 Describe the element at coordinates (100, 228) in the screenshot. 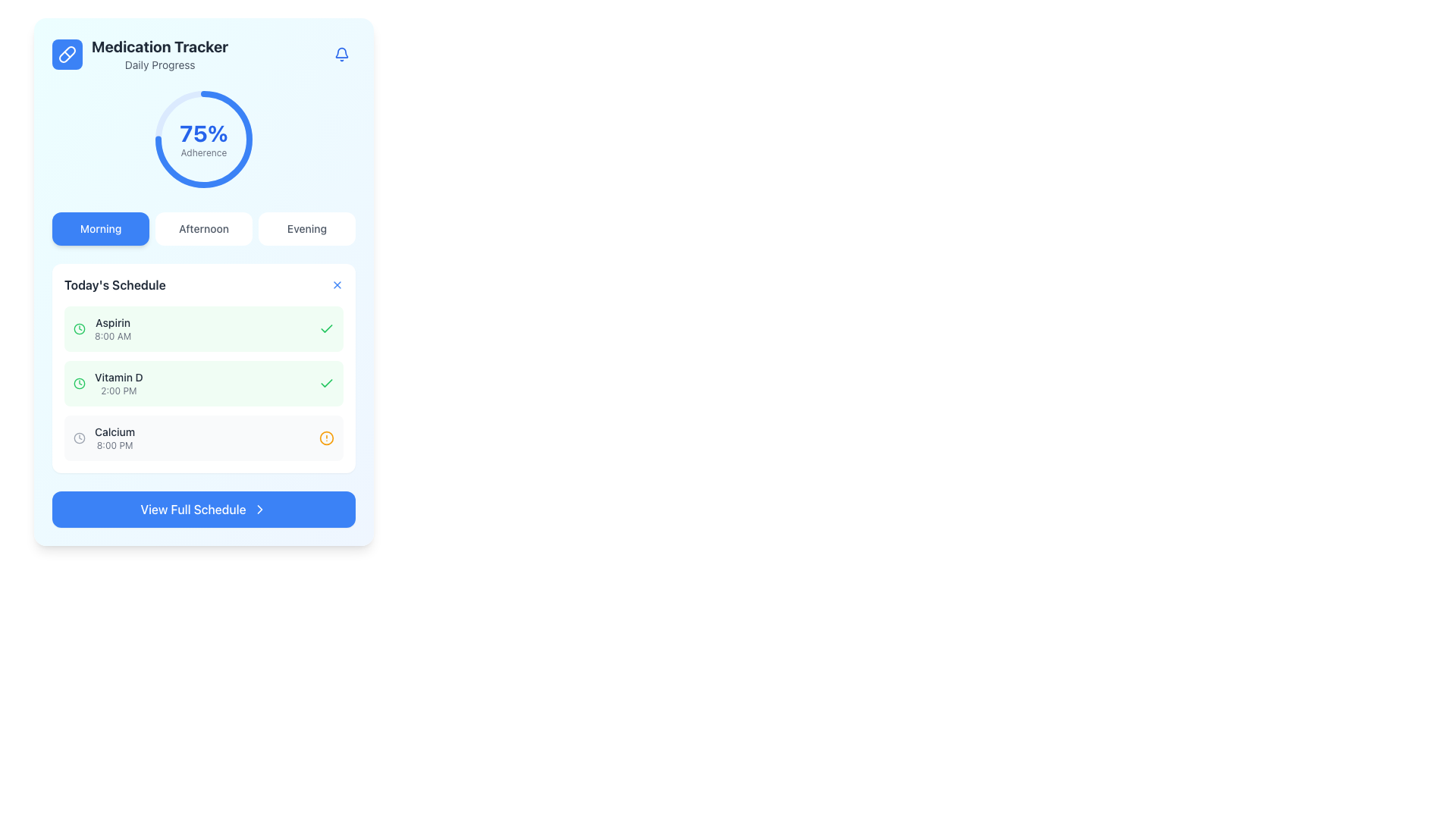

I see `the 'Morning' category button located at the top-left of the horizontal group of buttons, preceding the 'Afternoon' and 'Evening' buttons` at that location.